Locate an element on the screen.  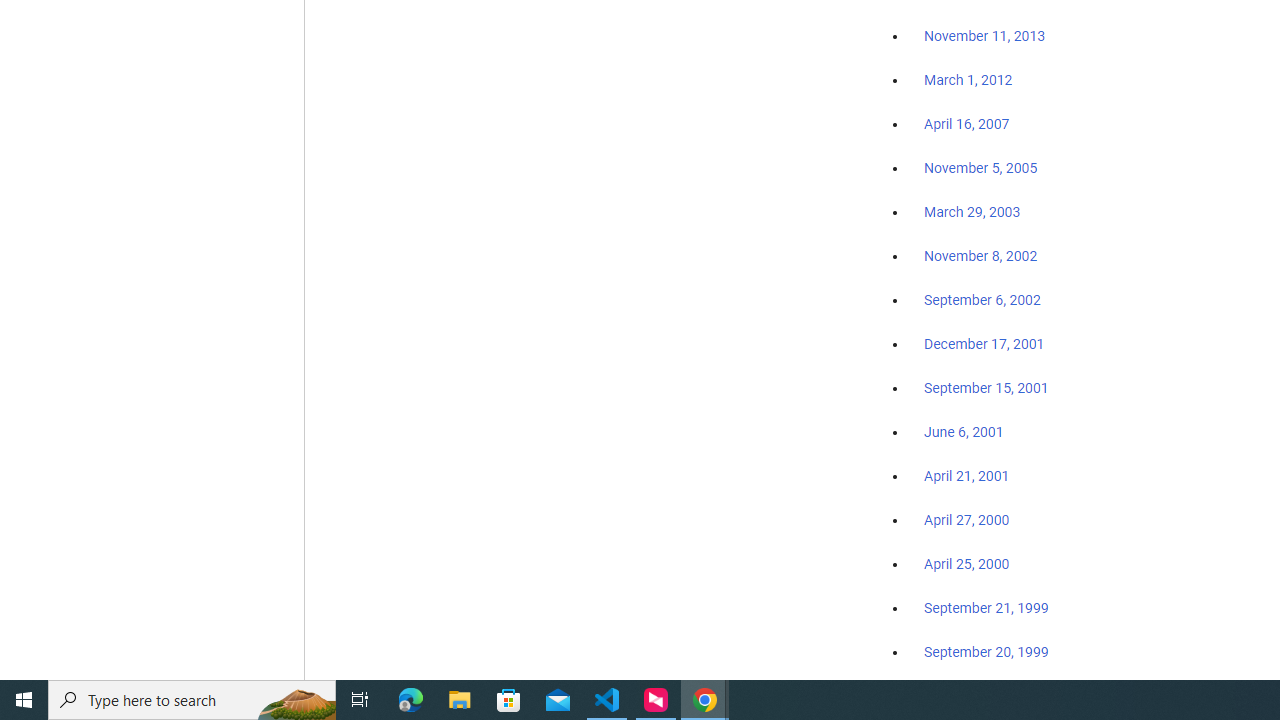
'April 16, 2007' is located at coordinates (967, 124).